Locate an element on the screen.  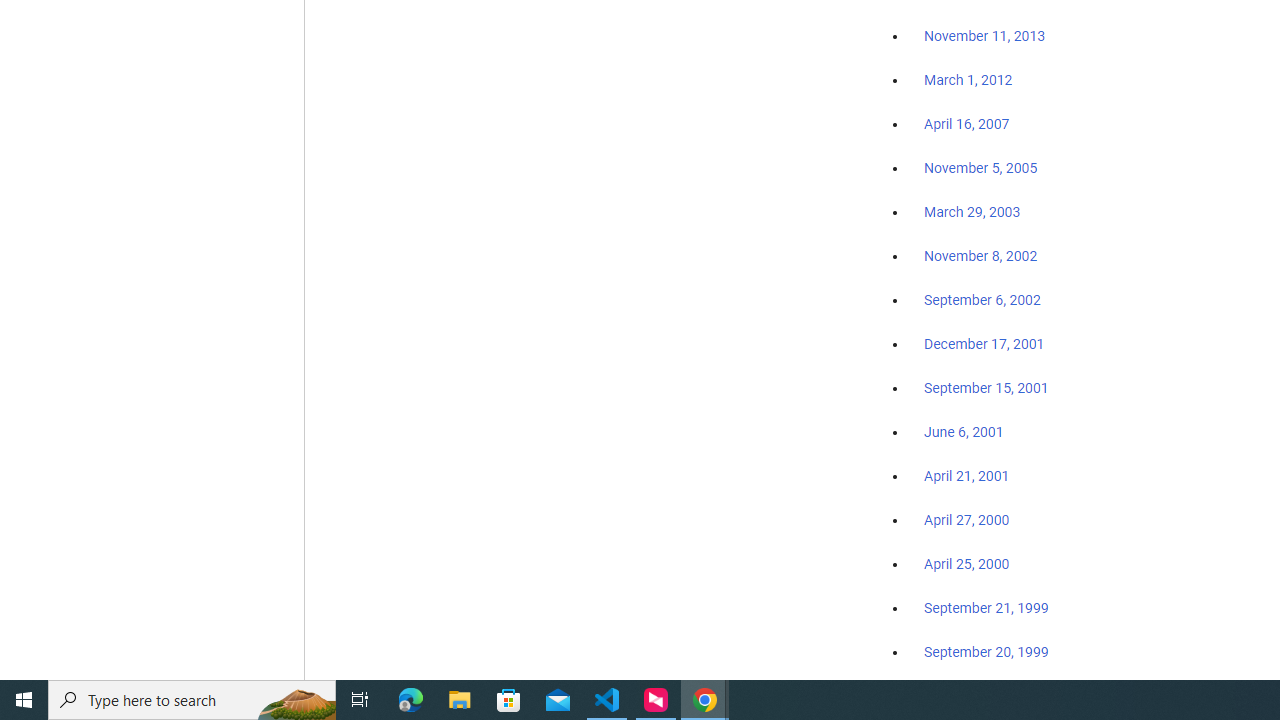
'April 16, 2007' is located at coordinates (967, 124).